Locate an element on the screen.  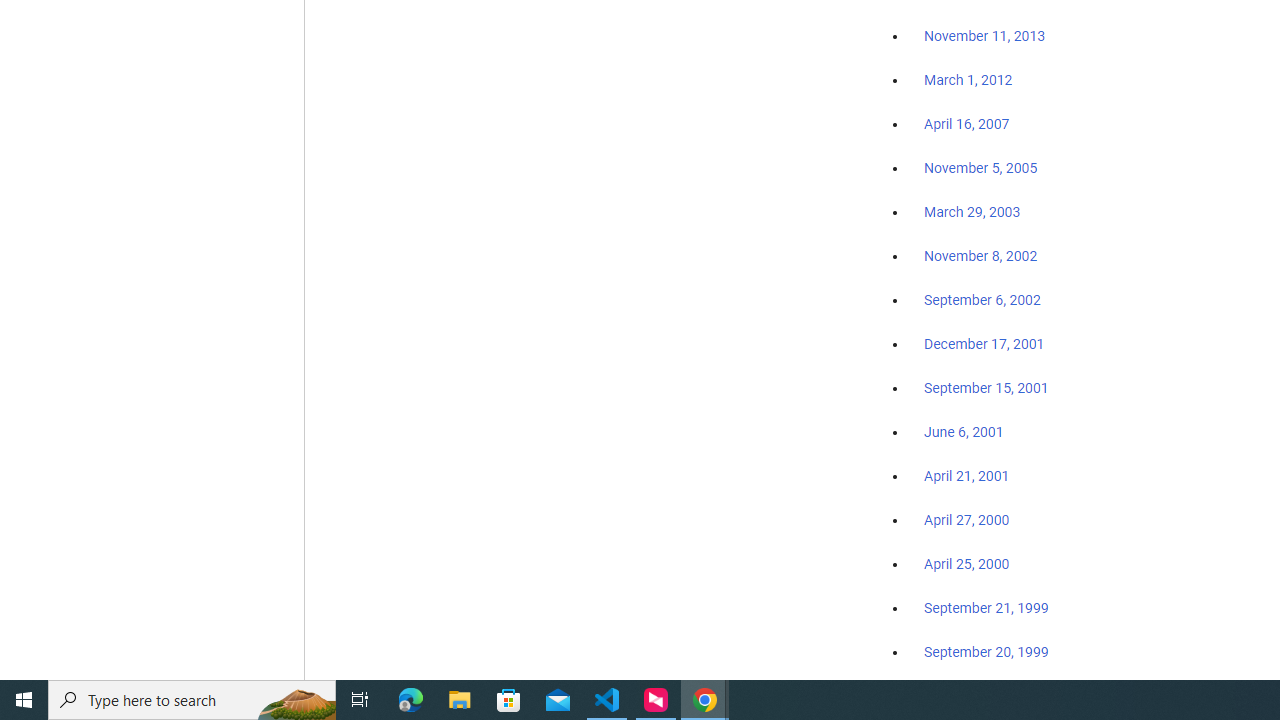
'April 16, 2007' is located at coordinates (967, 124).